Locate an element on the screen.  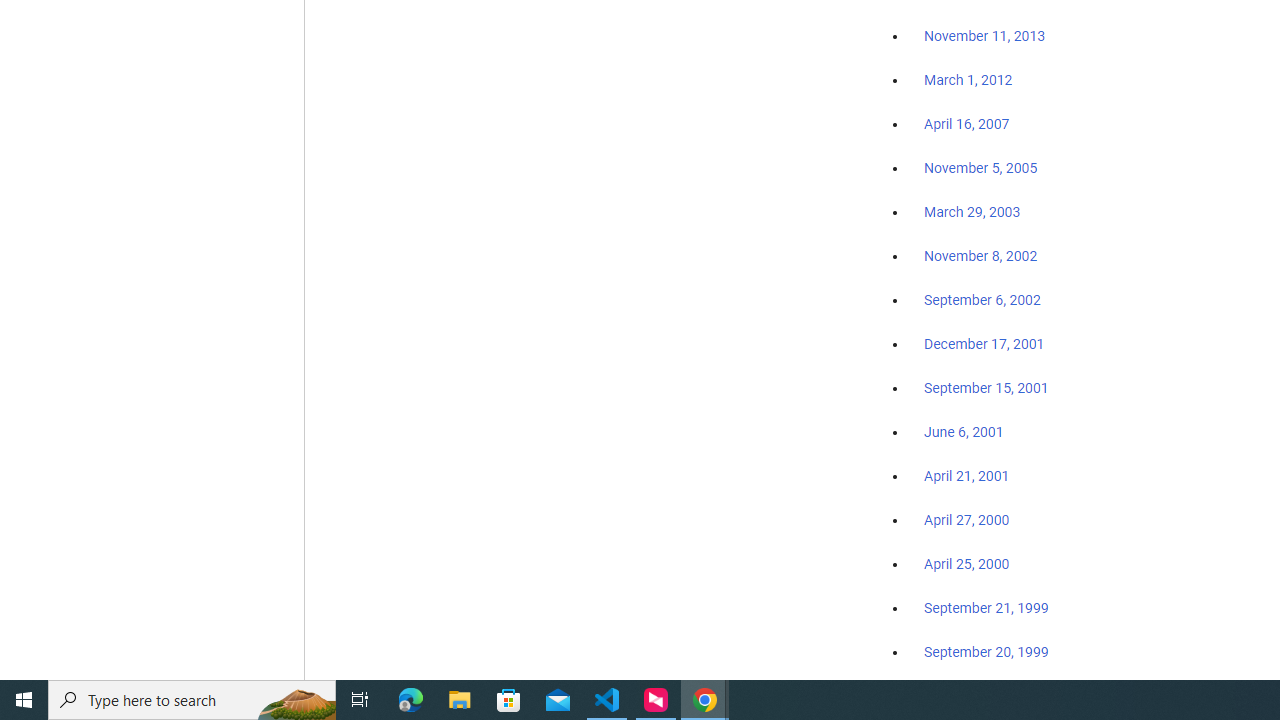
'April 16, 2007' is located at coordinates (967, 124).